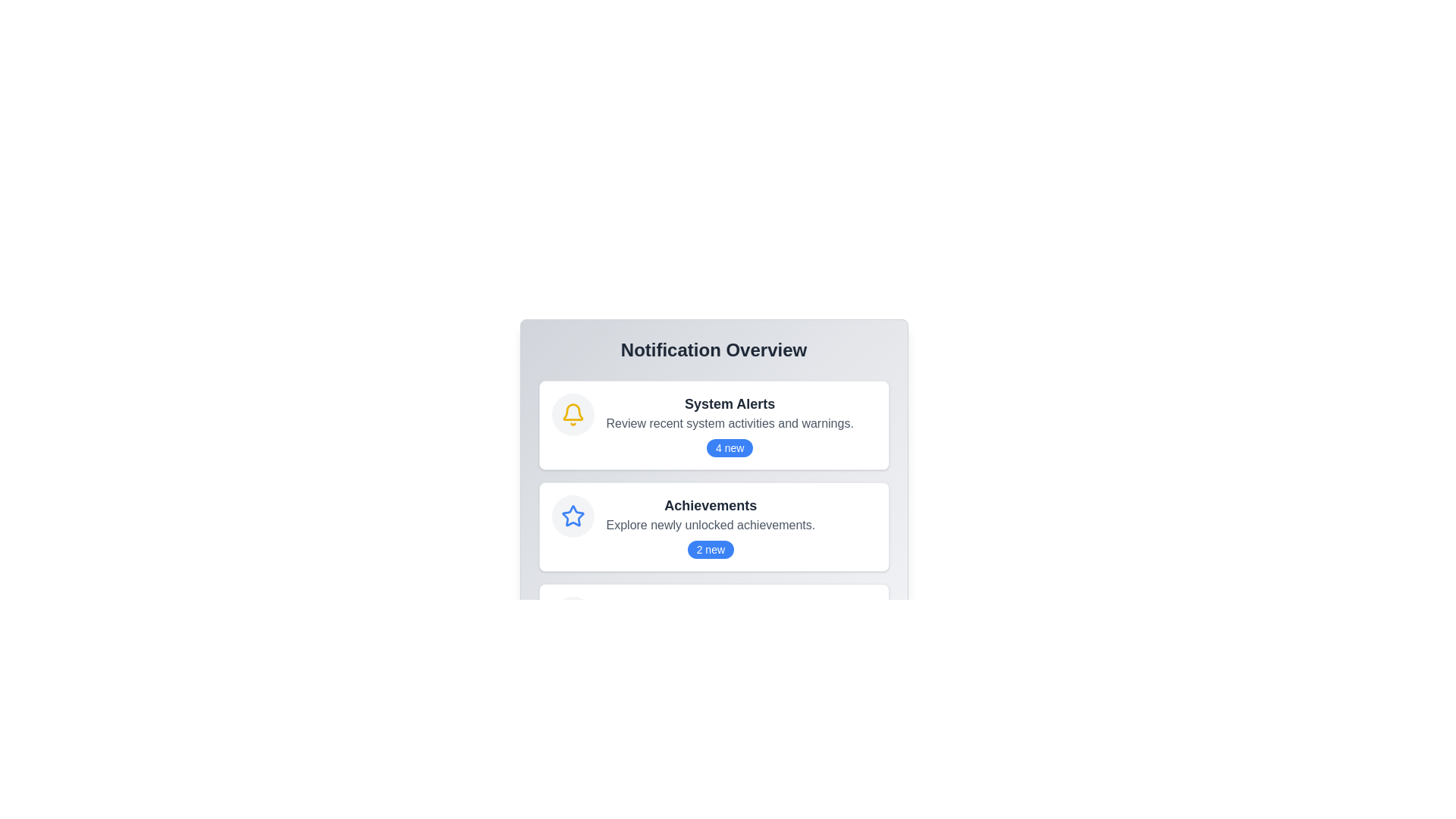 This screenshot has height=819, width=1456. I want to click on the '2 new' badge of the second Informational card in the Notification Overview, which summarizes newly unlocked achievements, so click(713, 526).